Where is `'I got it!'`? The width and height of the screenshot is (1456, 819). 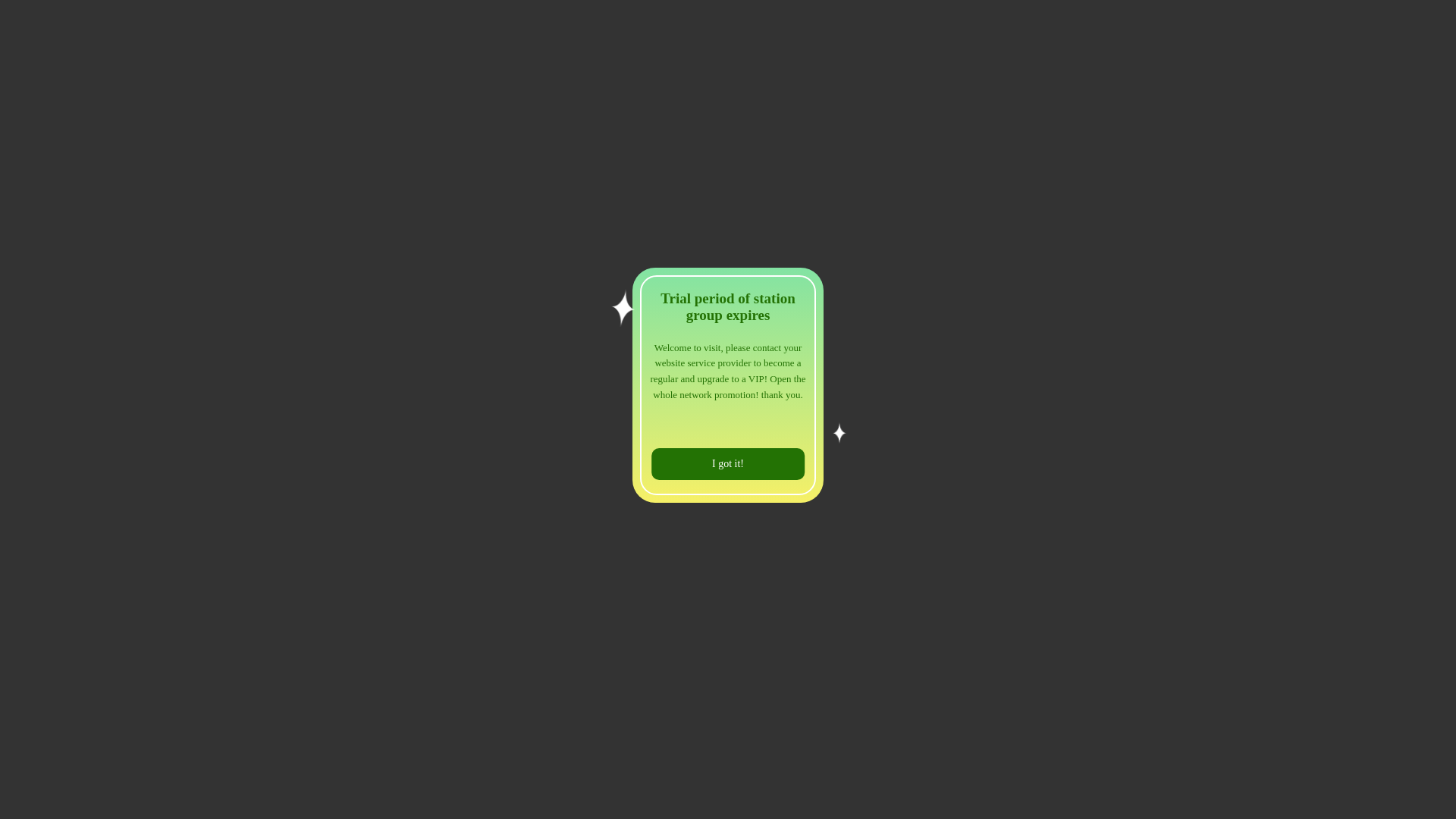 'I got it!' is located at coordinates (728, 463).